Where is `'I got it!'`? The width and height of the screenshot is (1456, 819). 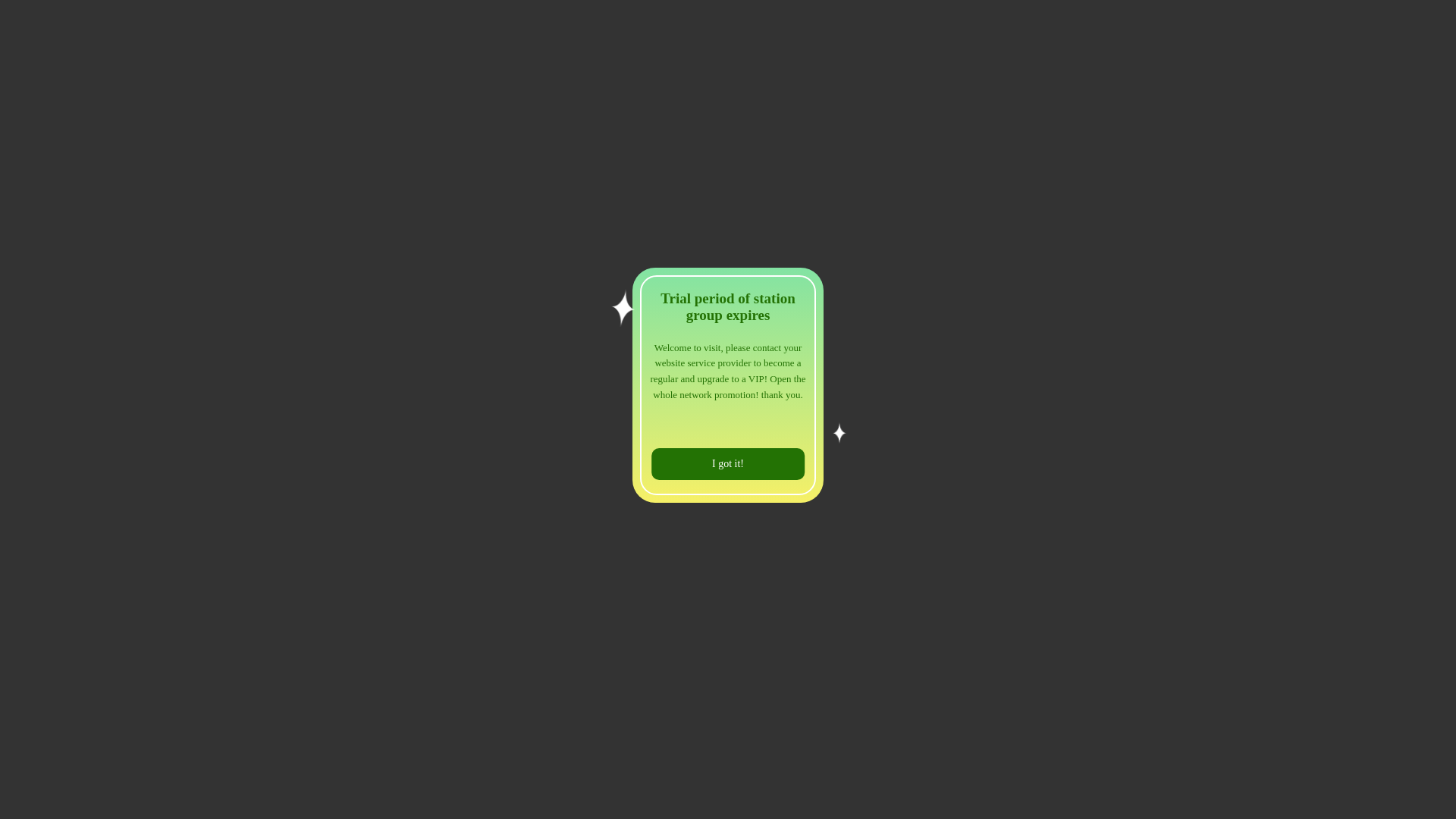 'I got it!' is located at coordinates (728, 463).